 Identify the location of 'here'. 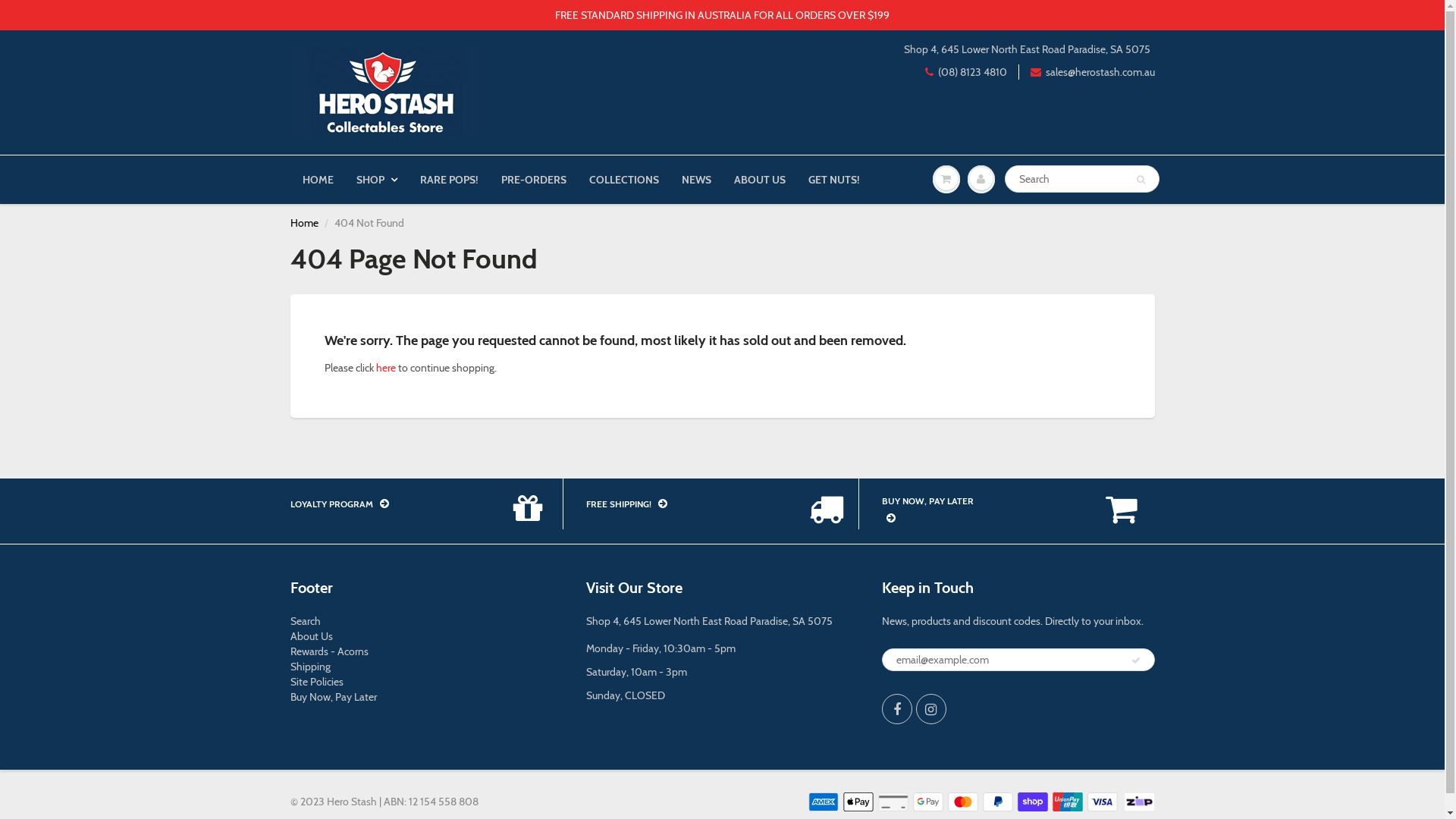
(375, 368).